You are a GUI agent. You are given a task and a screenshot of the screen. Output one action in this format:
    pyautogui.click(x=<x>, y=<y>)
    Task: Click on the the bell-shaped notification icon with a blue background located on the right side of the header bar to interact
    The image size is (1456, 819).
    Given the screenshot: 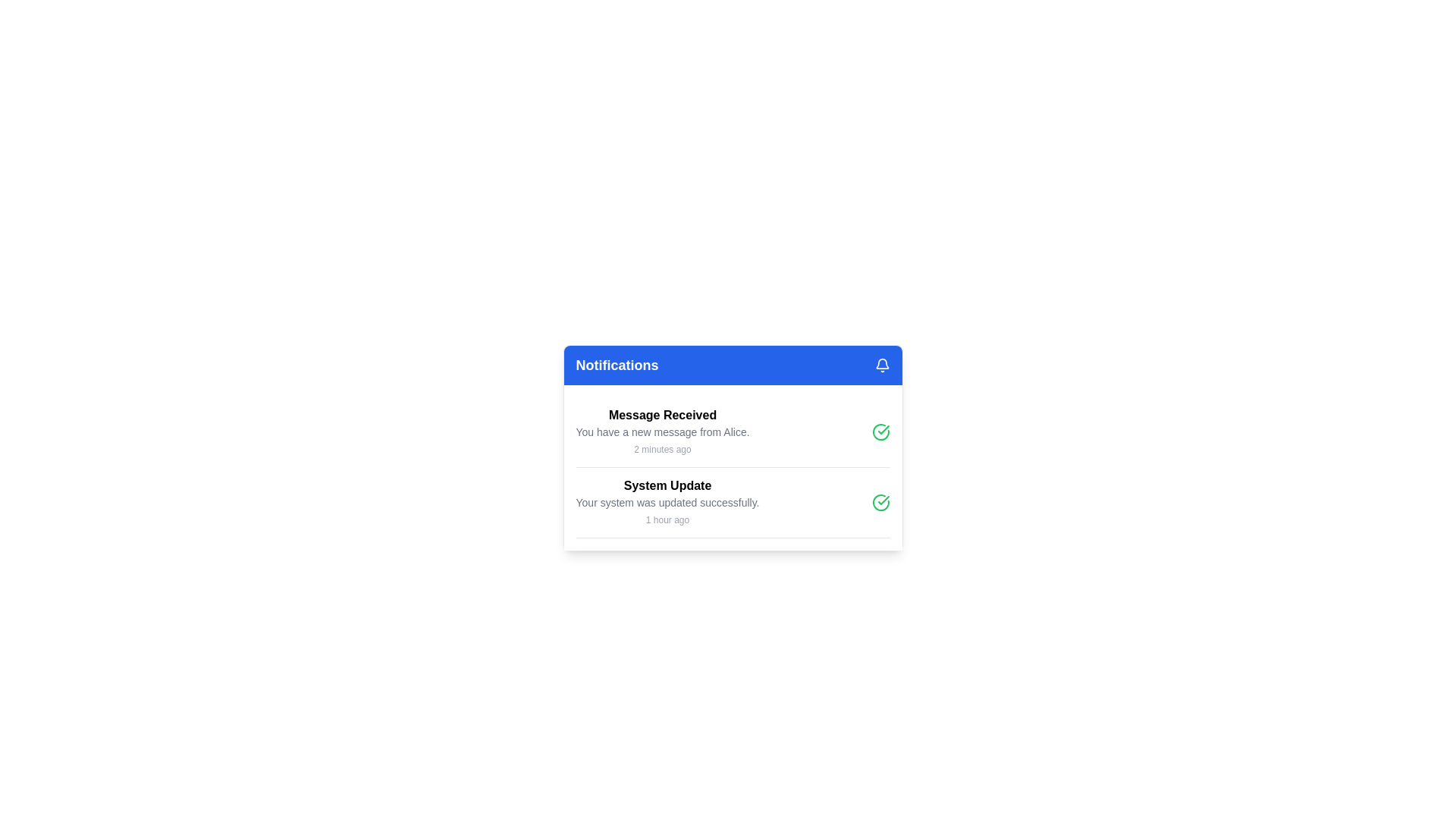 What is the action you would take?
    pyautogui.click(x=882, y=366)
    